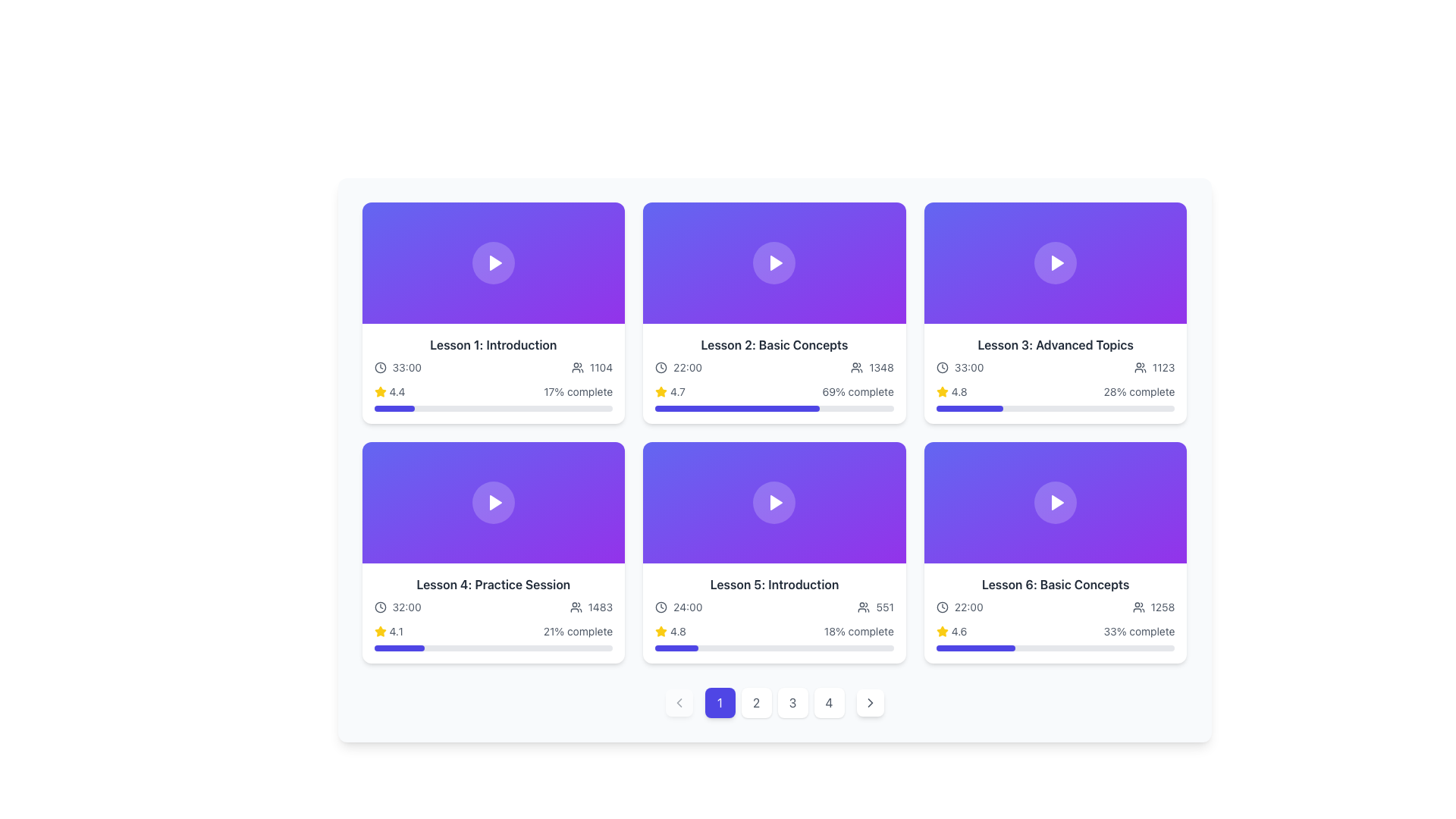  What do you see at coordinates (493, 613) in the screenshot?
I see `the Lesson overview card for 'Lesson 4: Practice Session' which is located in the second row, first column of the grid layout, directly below 'Lesson 3: Advanced Topics'` at bounding box center [493, 613].